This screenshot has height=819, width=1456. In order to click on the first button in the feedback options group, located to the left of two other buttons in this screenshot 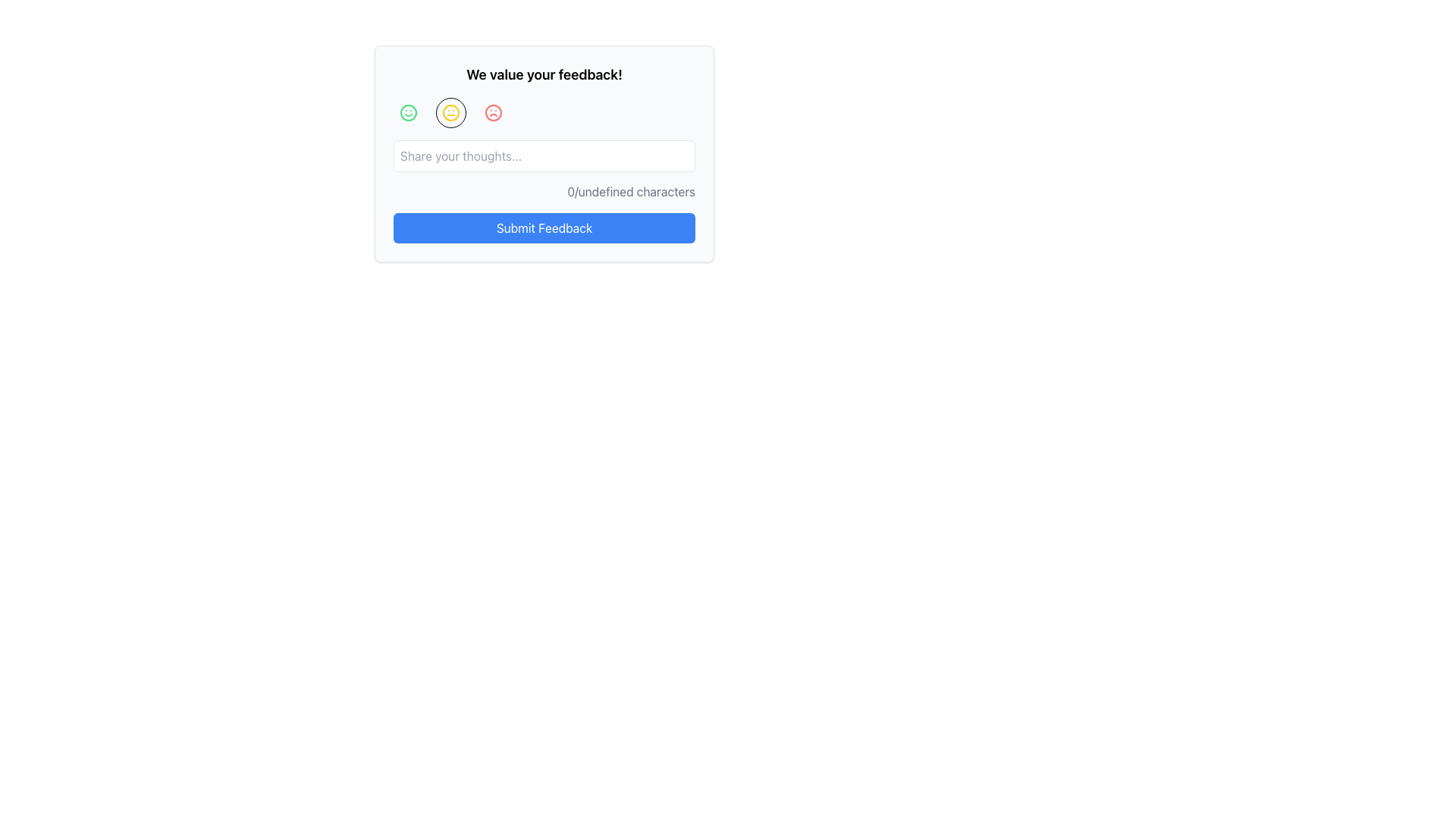, I will do `click(408, 112)`.